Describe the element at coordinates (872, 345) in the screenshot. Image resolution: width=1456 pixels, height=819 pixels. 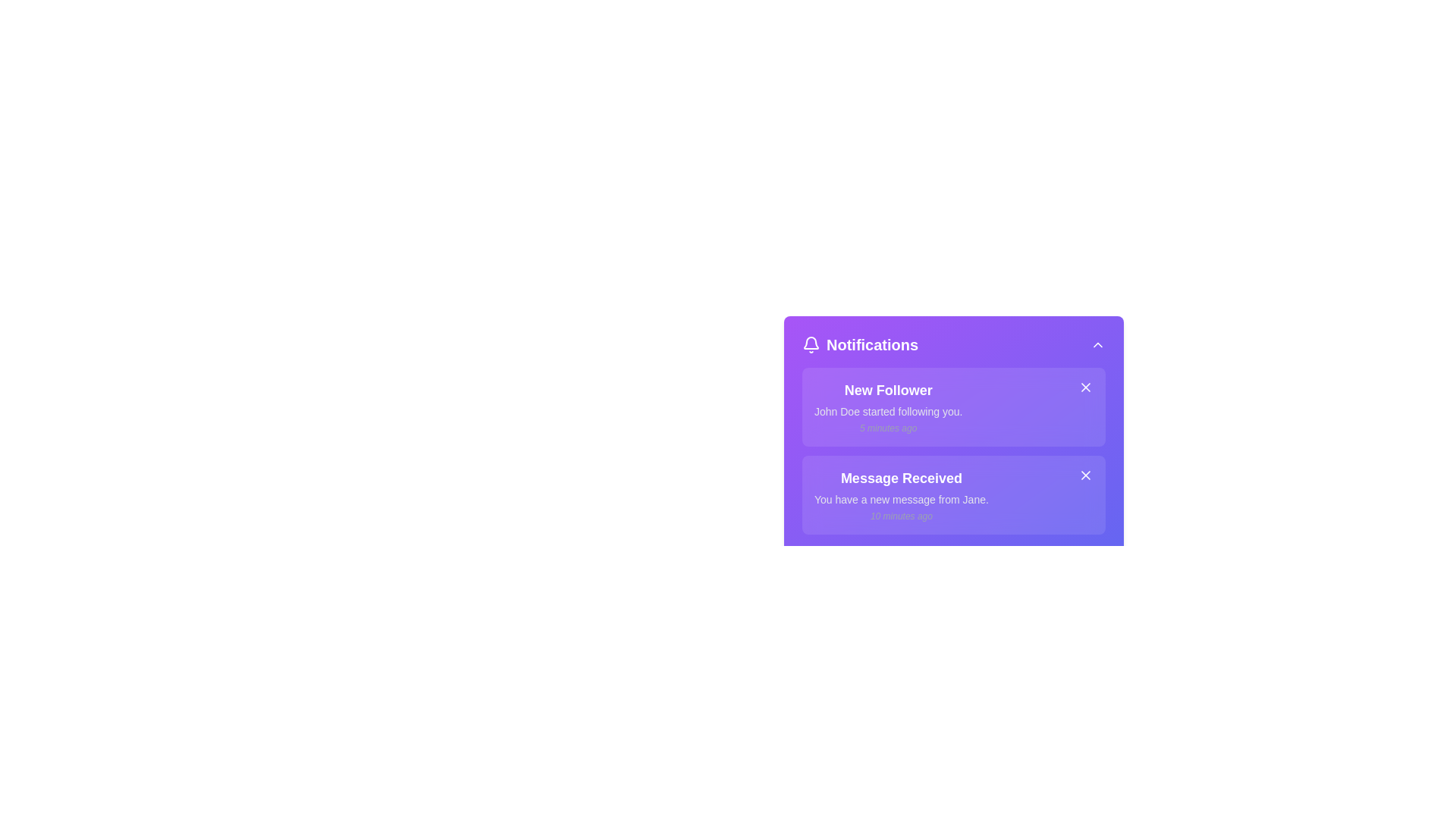
I see `text content of the bold 'Notifications' label displayed in white over a purple background in the notification panel` at that location.